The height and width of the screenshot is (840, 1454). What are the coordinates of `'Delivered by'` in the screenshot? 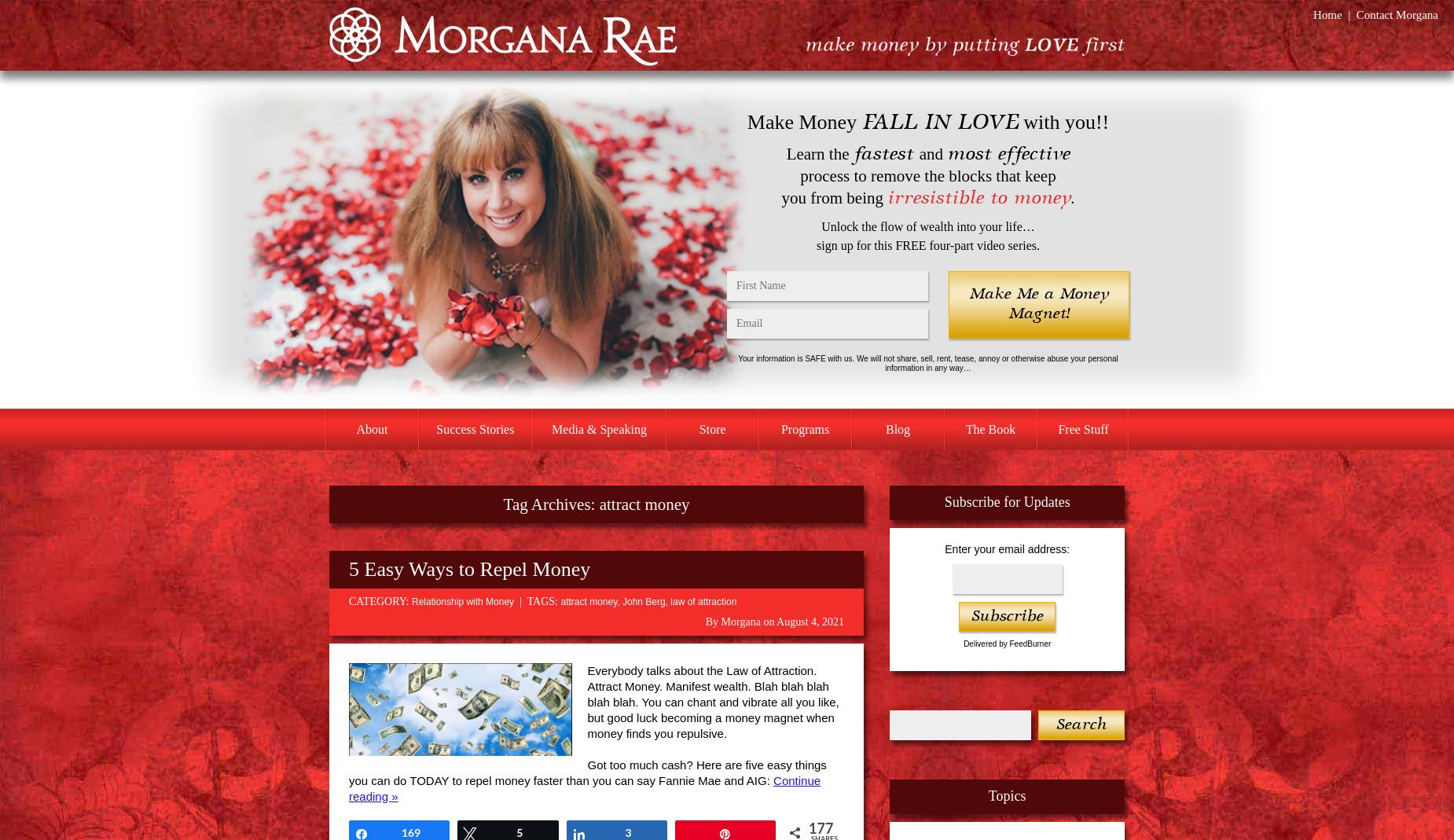 It's located at (986, 643).